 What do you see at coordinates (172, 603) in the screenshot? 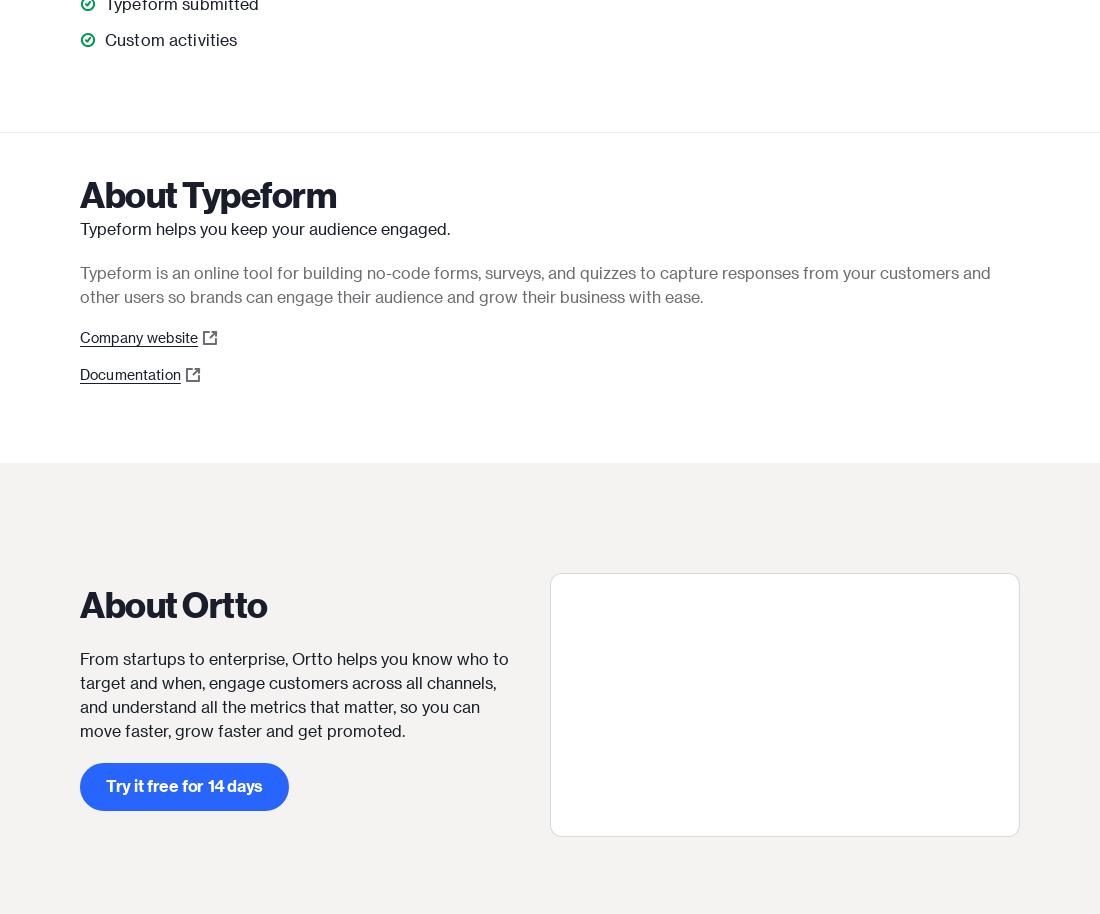
I see `'About Ortto'` at bounding box center [172, 603].